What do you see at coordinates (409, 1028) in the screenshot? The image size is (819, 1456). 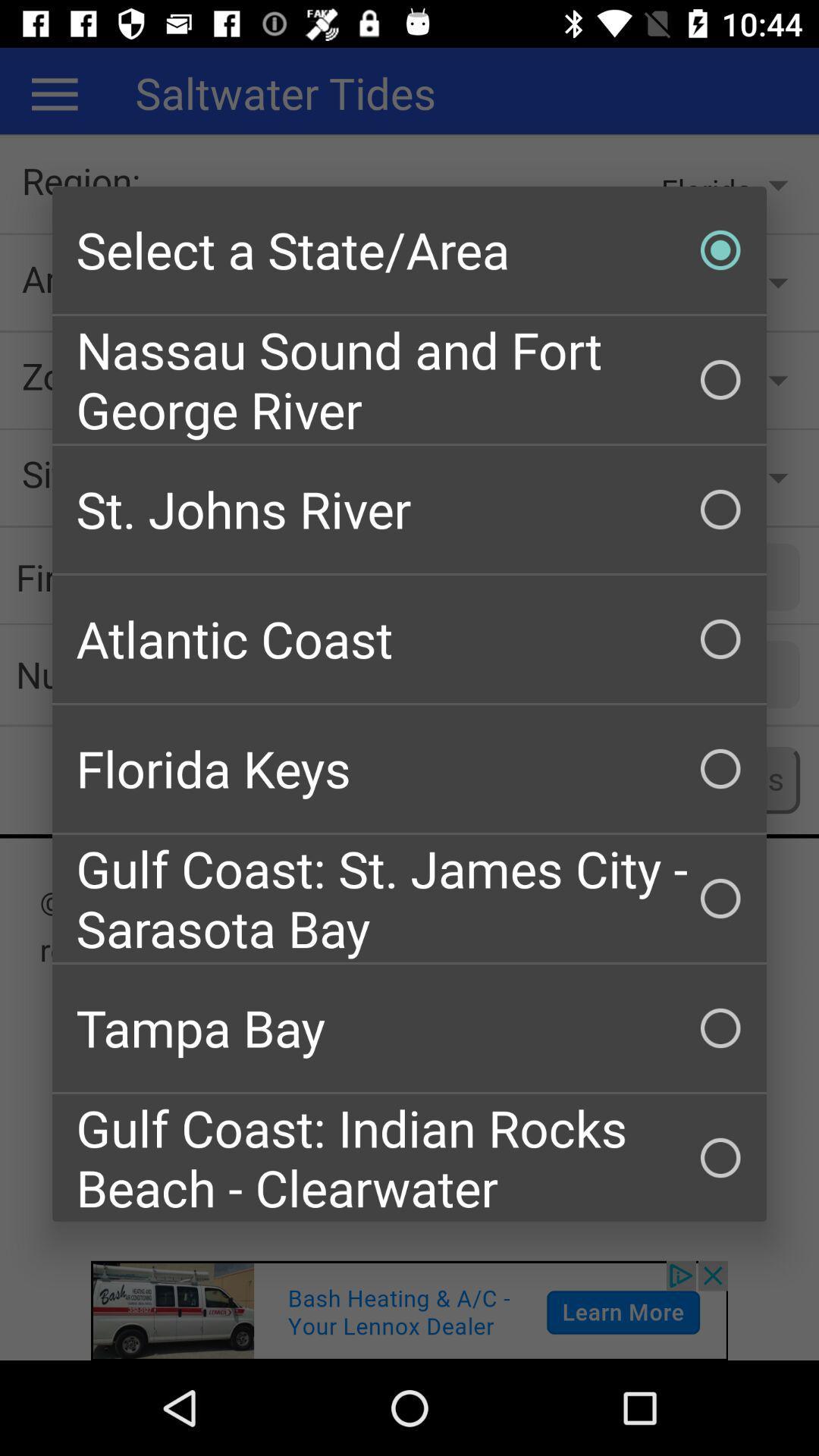 I see `tampa bay icon` at bounding box center [409, 1028].